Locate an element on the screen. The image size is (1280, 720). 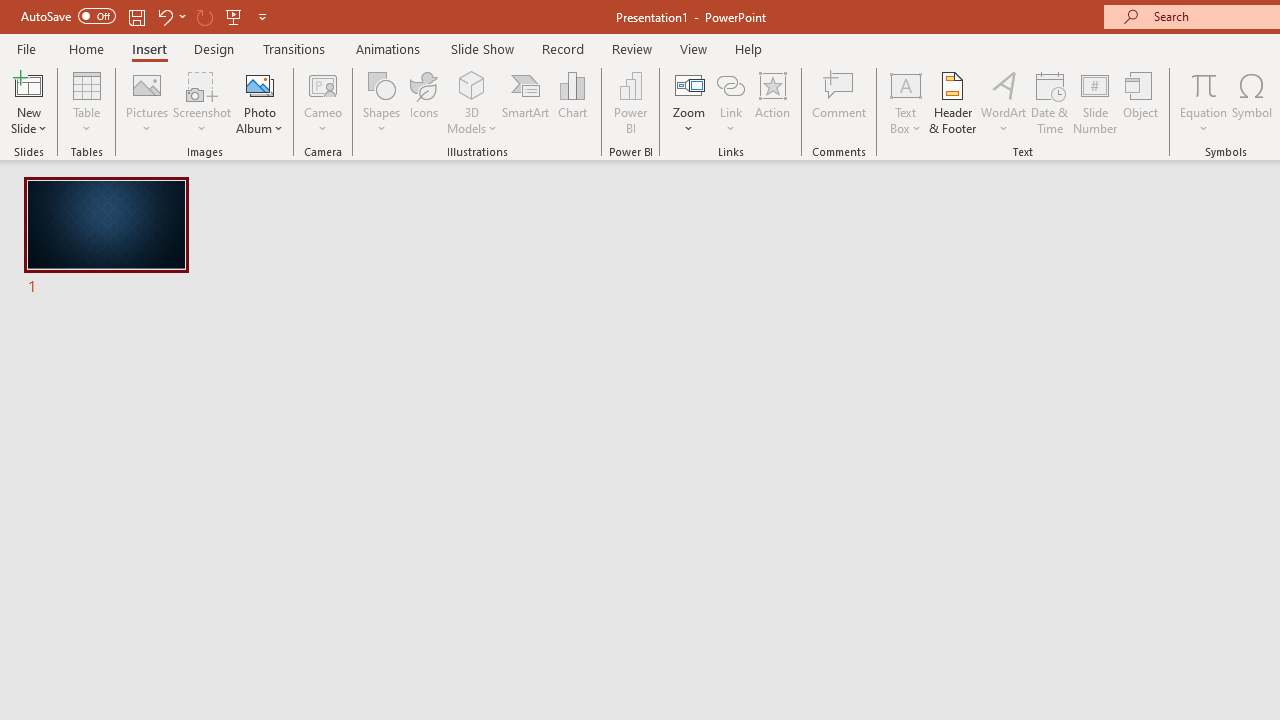
'Date & Time...' is located at coordinates (1049, 103).